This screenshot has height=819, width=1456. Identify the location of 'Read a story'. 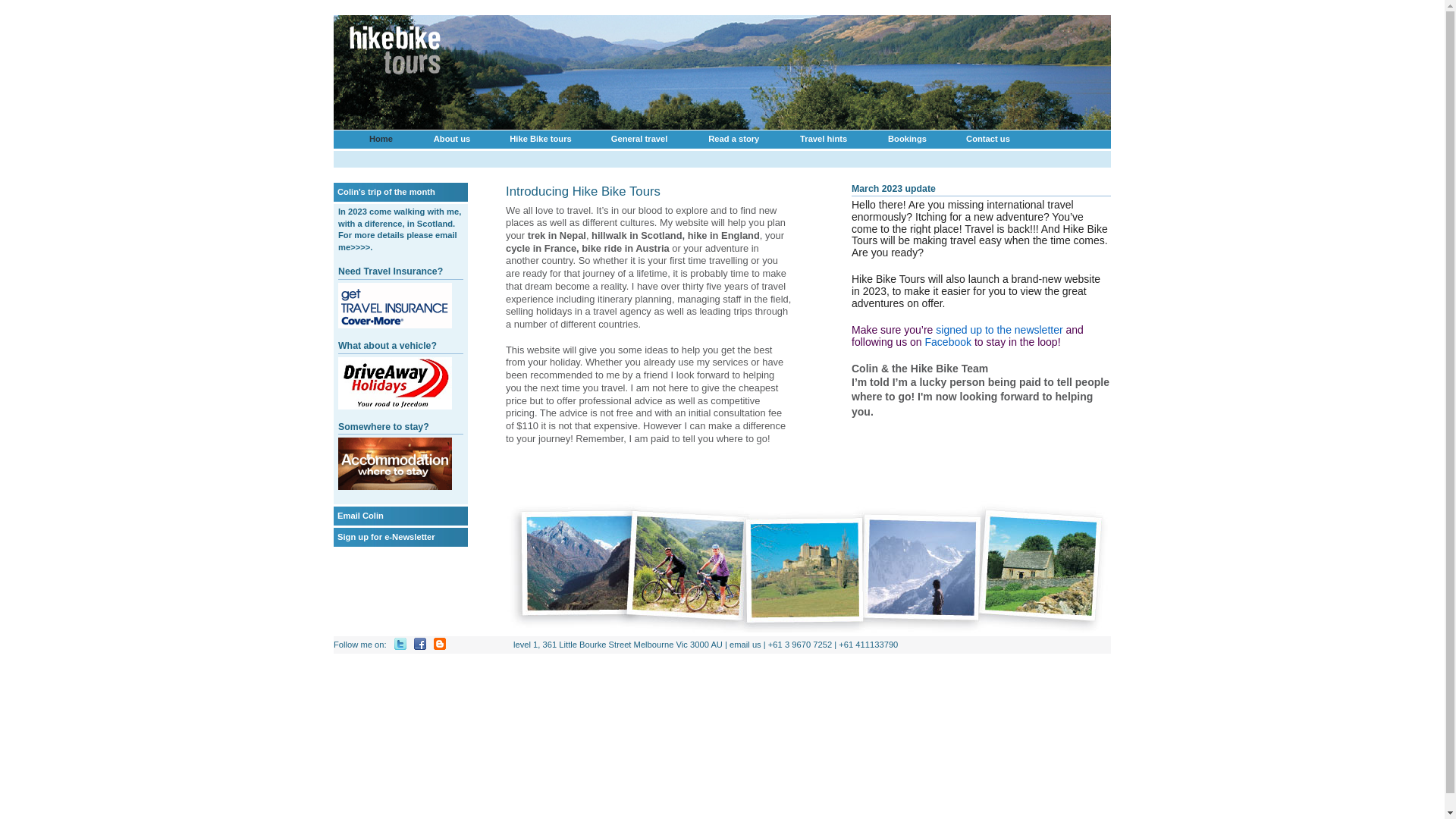
(733, 139).